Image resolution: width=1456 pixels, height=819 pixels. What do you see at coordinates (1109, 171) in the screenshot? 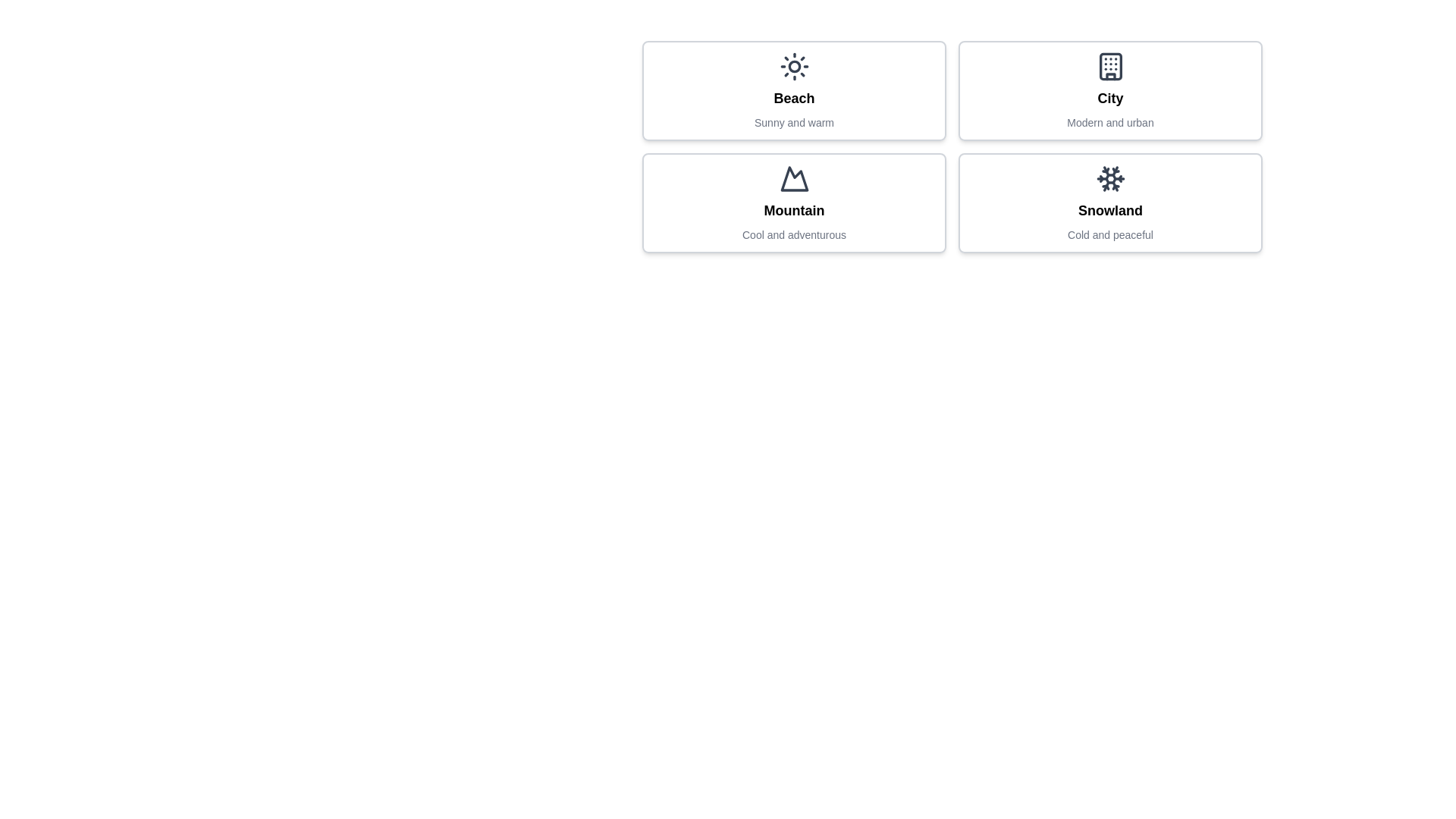
I see `the internal segment of the snowflake icon in the bottom-right panel labeled 'Snowland'` at bounding box center [1109, 171].